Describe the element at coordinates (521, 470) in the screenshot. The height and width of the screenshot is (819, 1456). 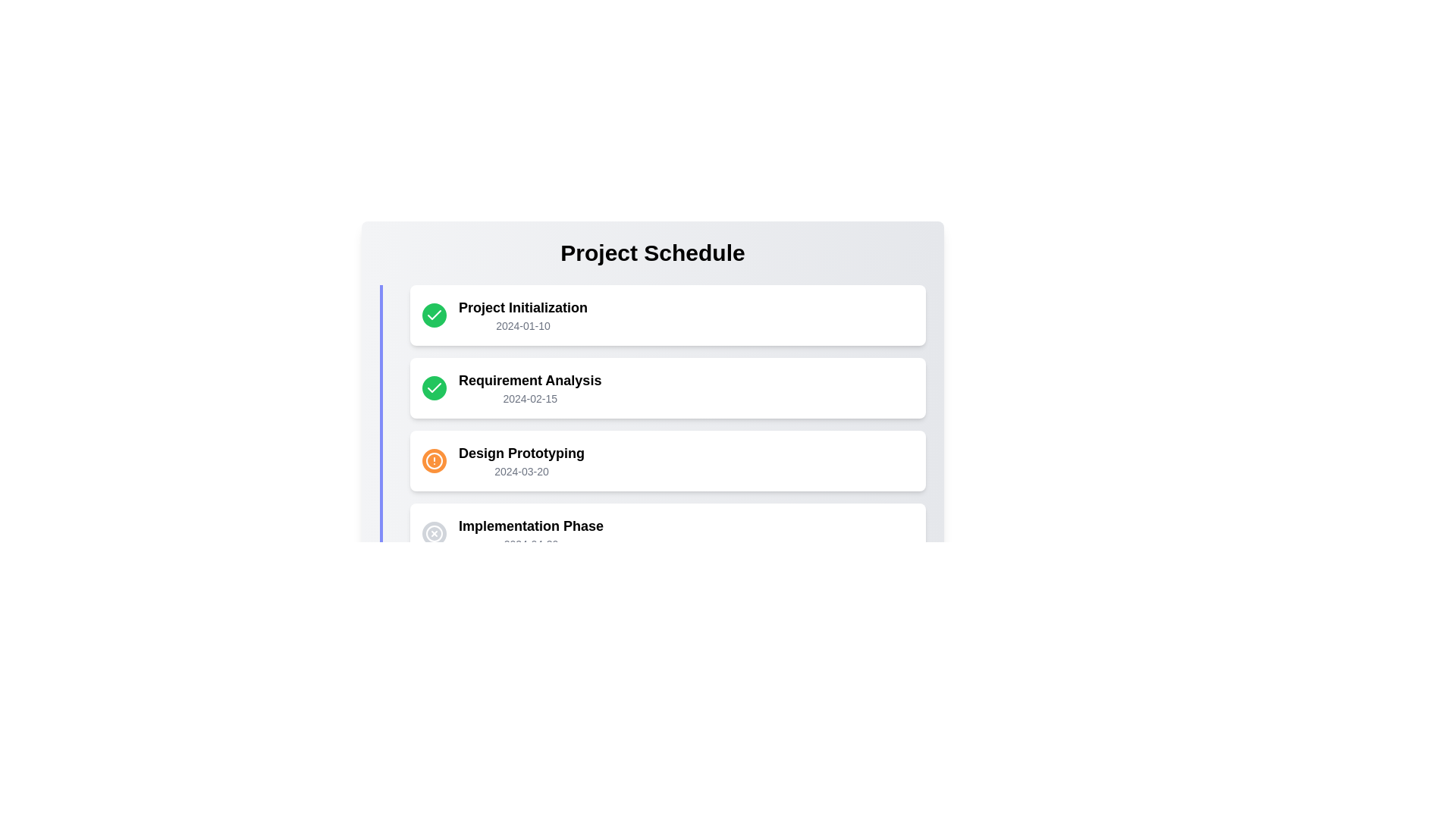
I see `date information displayed in the text label indicating '2024-03-20', which is located below the title 'Design Prototyping' in the project schedule layout` at that location.